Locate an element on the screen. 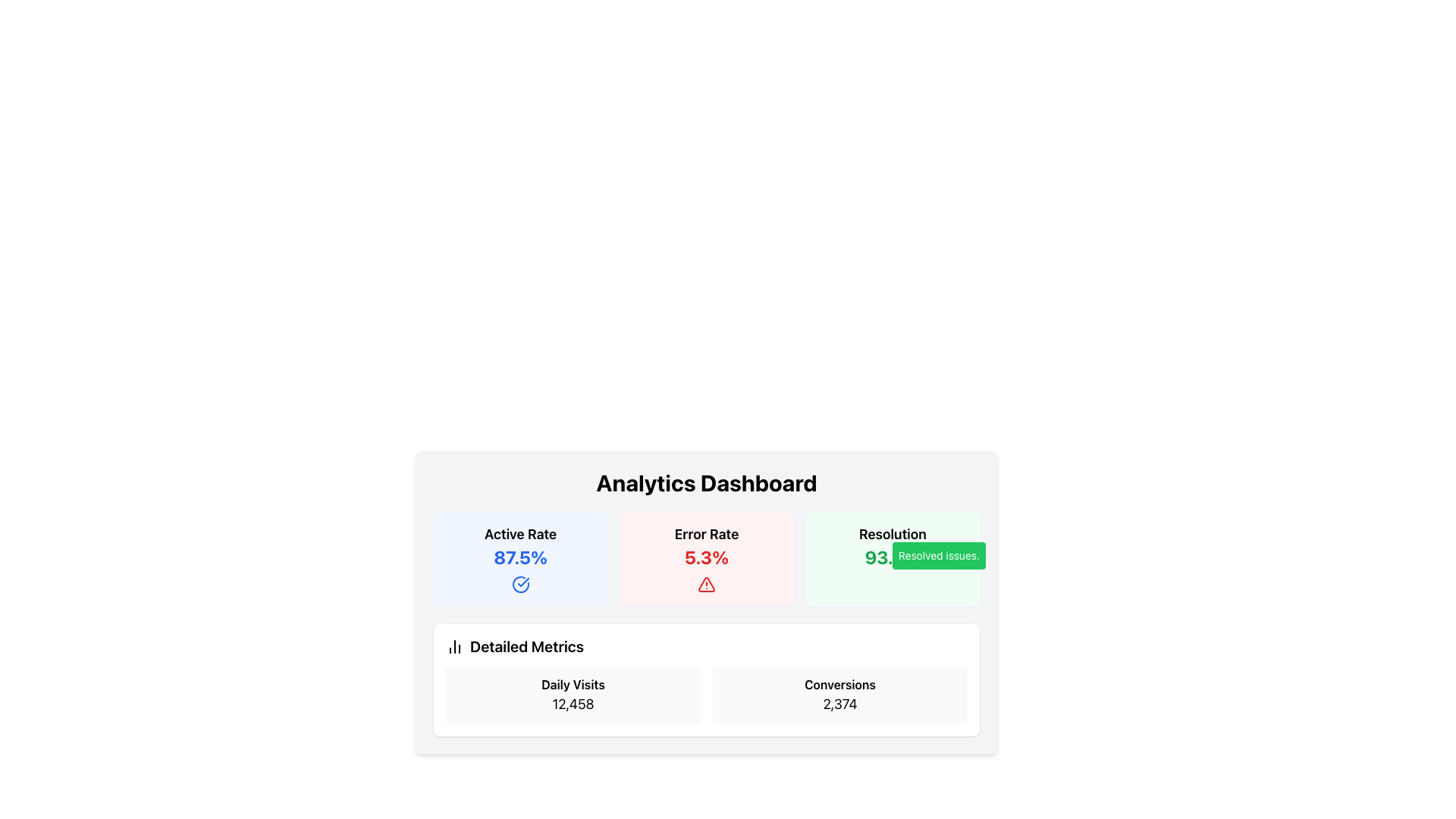  the warning graphic icon in the 'Error Rate' section, which indicates an issue requiring user attention is located at coordinates (705, 584).